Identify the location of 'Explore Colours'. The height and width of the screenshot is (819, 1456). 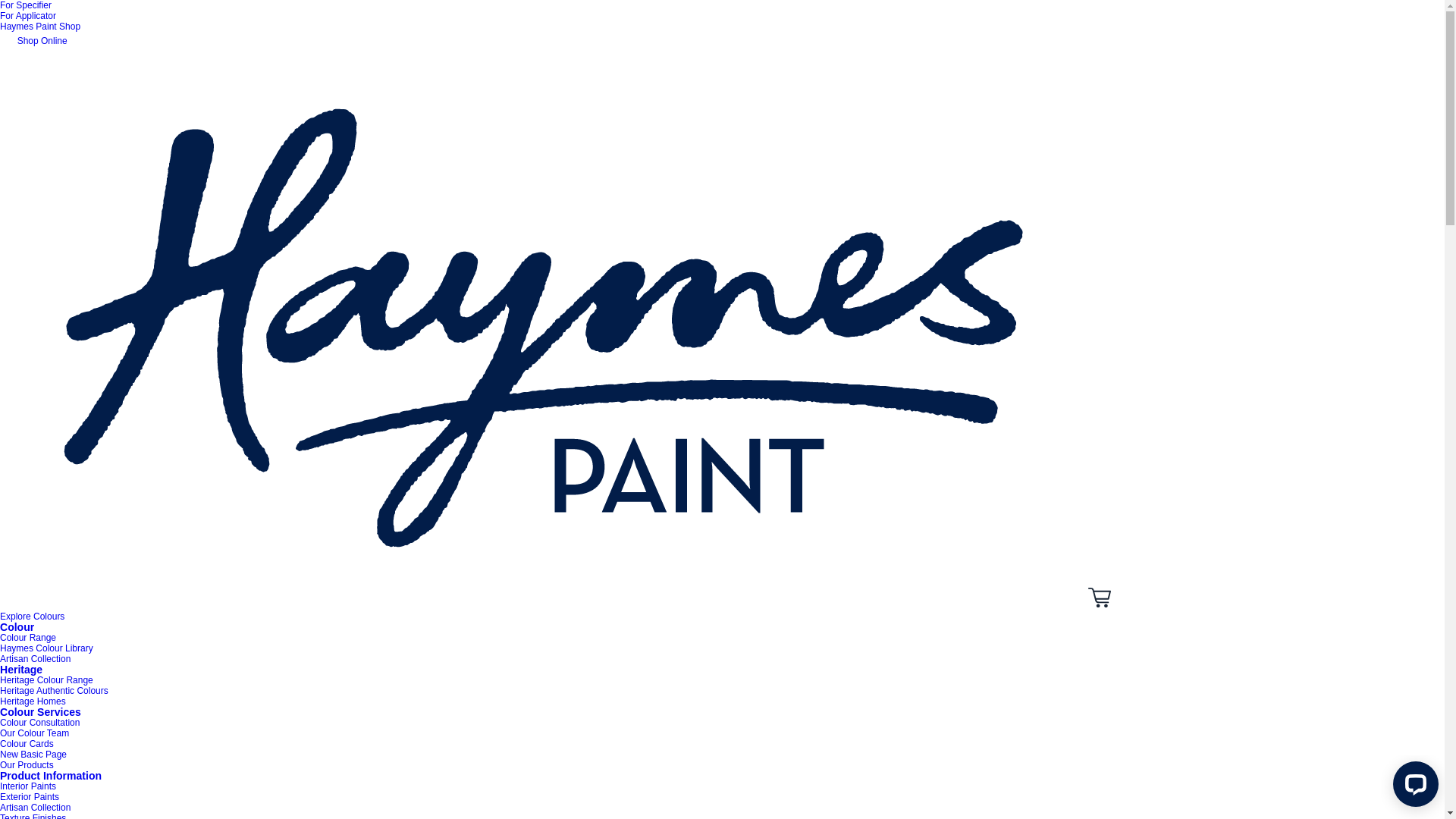
(0, 617).